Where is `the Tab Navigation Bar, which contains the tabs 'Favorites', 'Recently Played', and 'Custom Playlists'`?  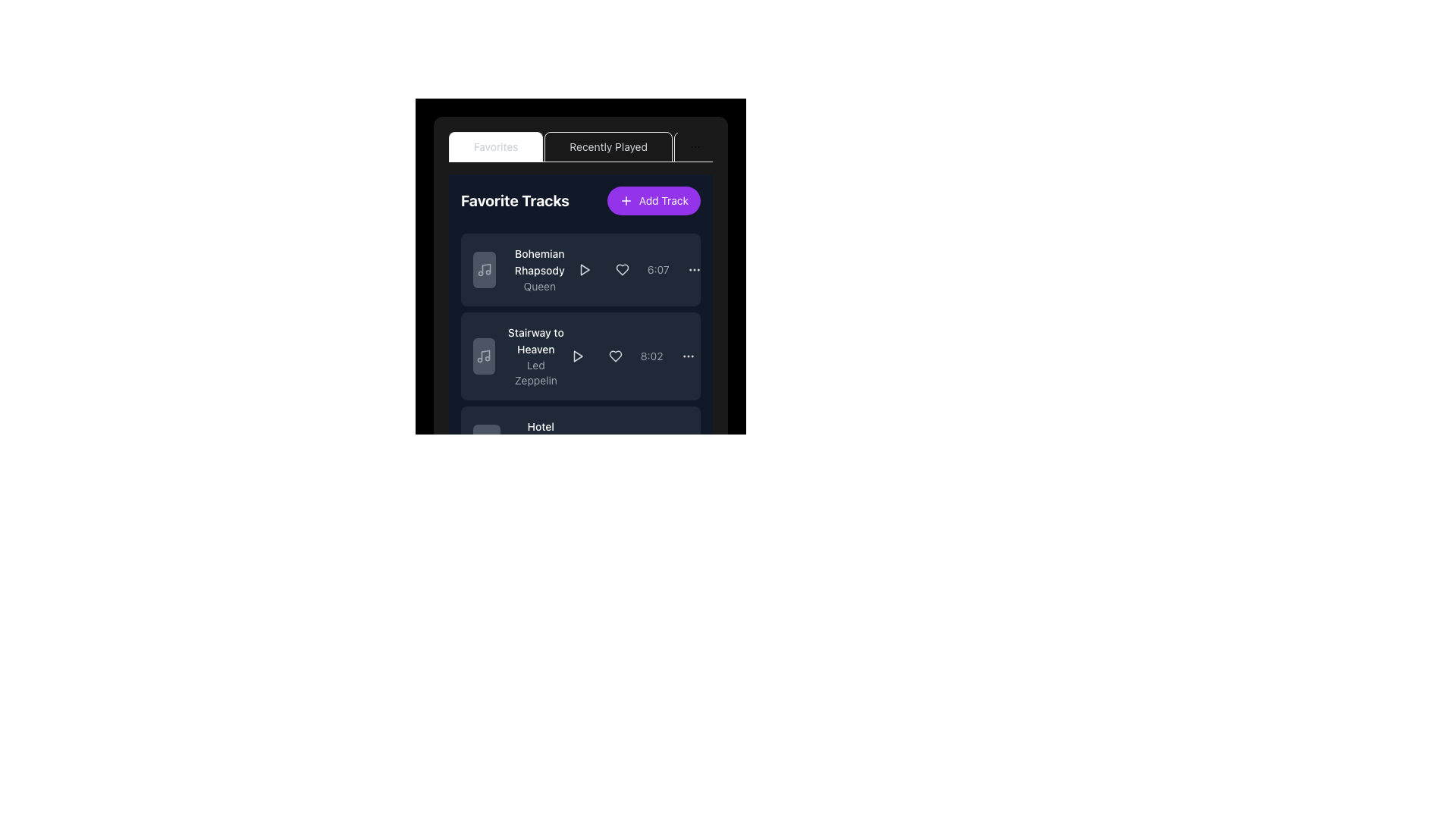 the Tab Navigation Bar, which contains the tabs 'Favorites', 'Recently Played', and 'Custom Playlists' is located at coordinates (580, 146).